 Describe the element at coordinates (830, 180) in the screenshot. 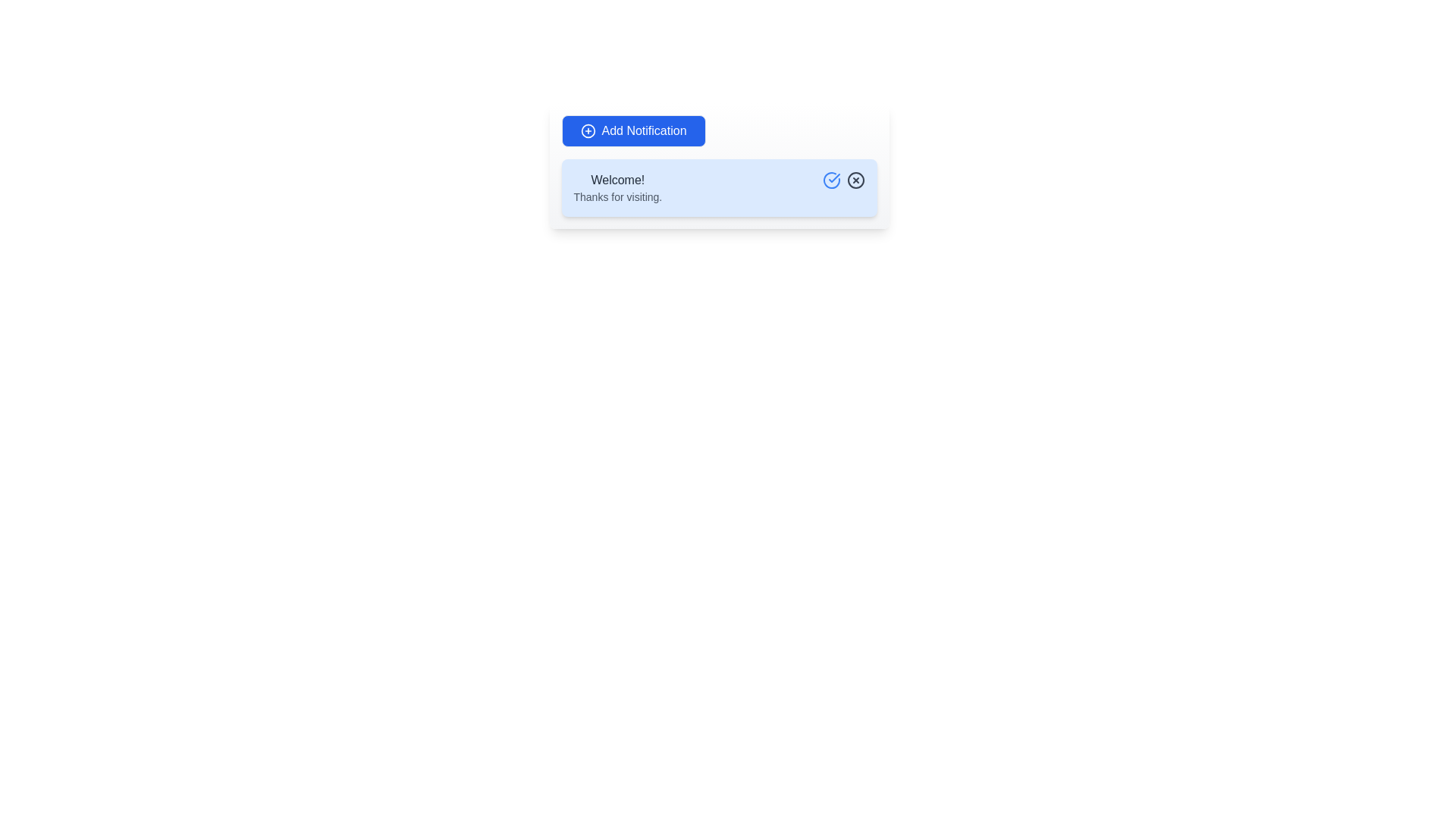

I see `the circular icon with a blue outline and a checkmark in the center, located to the left of the dismiss icon` at that location.